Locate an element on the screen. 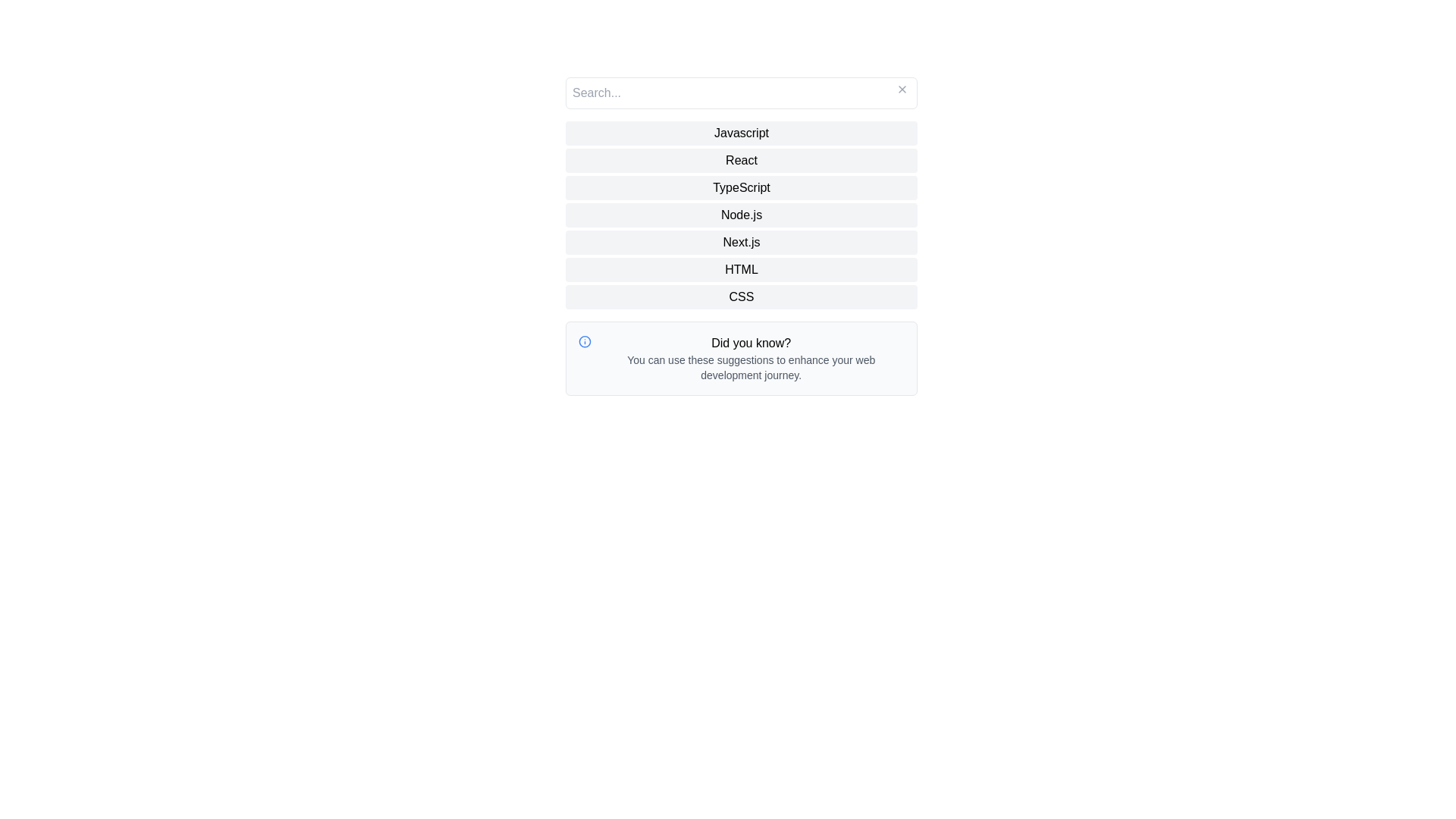 Image resolution: width=1456 pixels, height=819 pixels. the supplementary informational text located directly below the 'Did you know?' header in the content block at the center of the interface is located at coordinates (751, 368).